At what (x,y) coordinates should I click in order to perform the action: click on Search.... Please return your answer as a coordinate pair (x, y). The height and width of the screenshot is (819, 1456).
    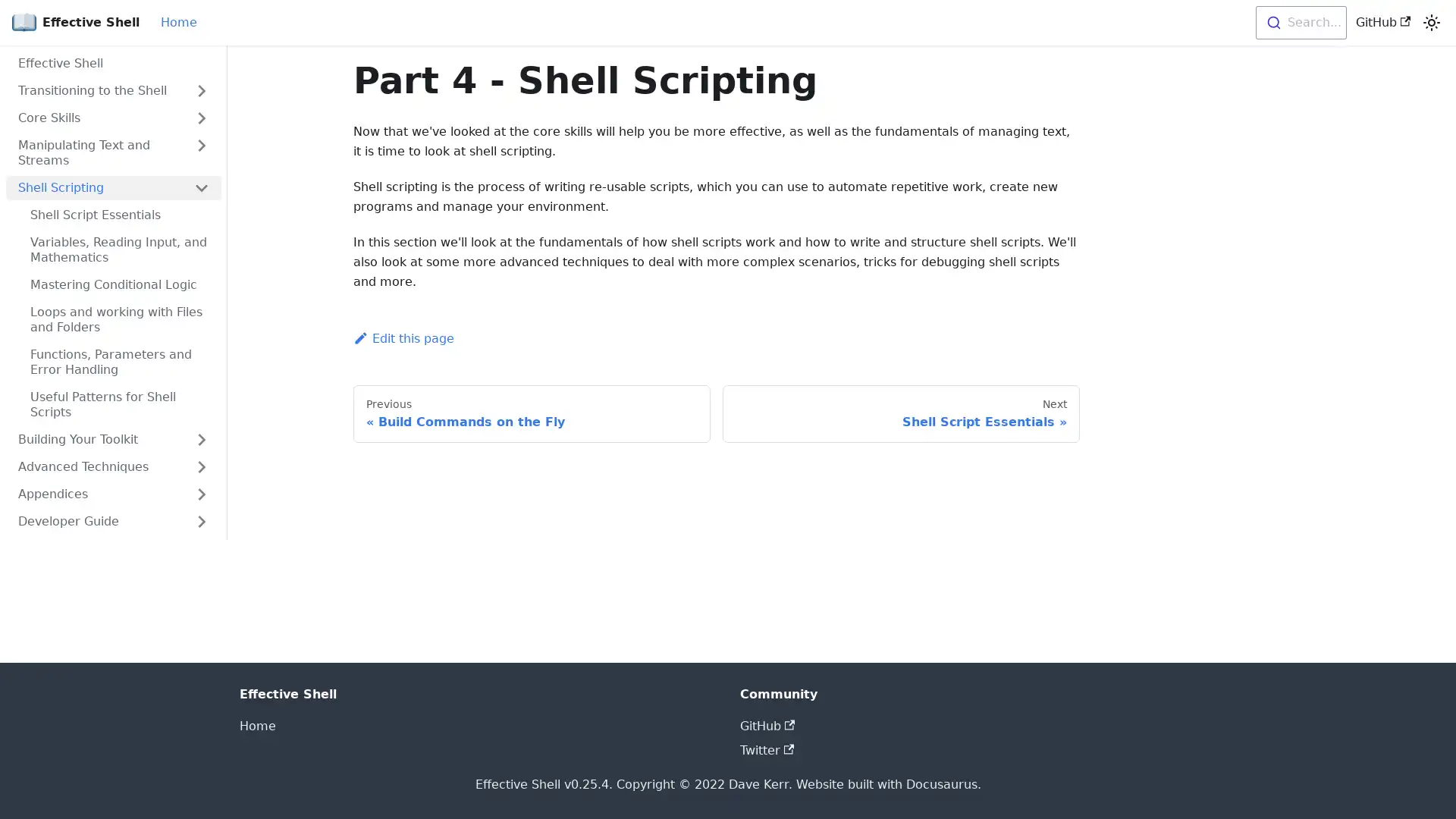
    Looking at the image, I should click on (1299, 23).